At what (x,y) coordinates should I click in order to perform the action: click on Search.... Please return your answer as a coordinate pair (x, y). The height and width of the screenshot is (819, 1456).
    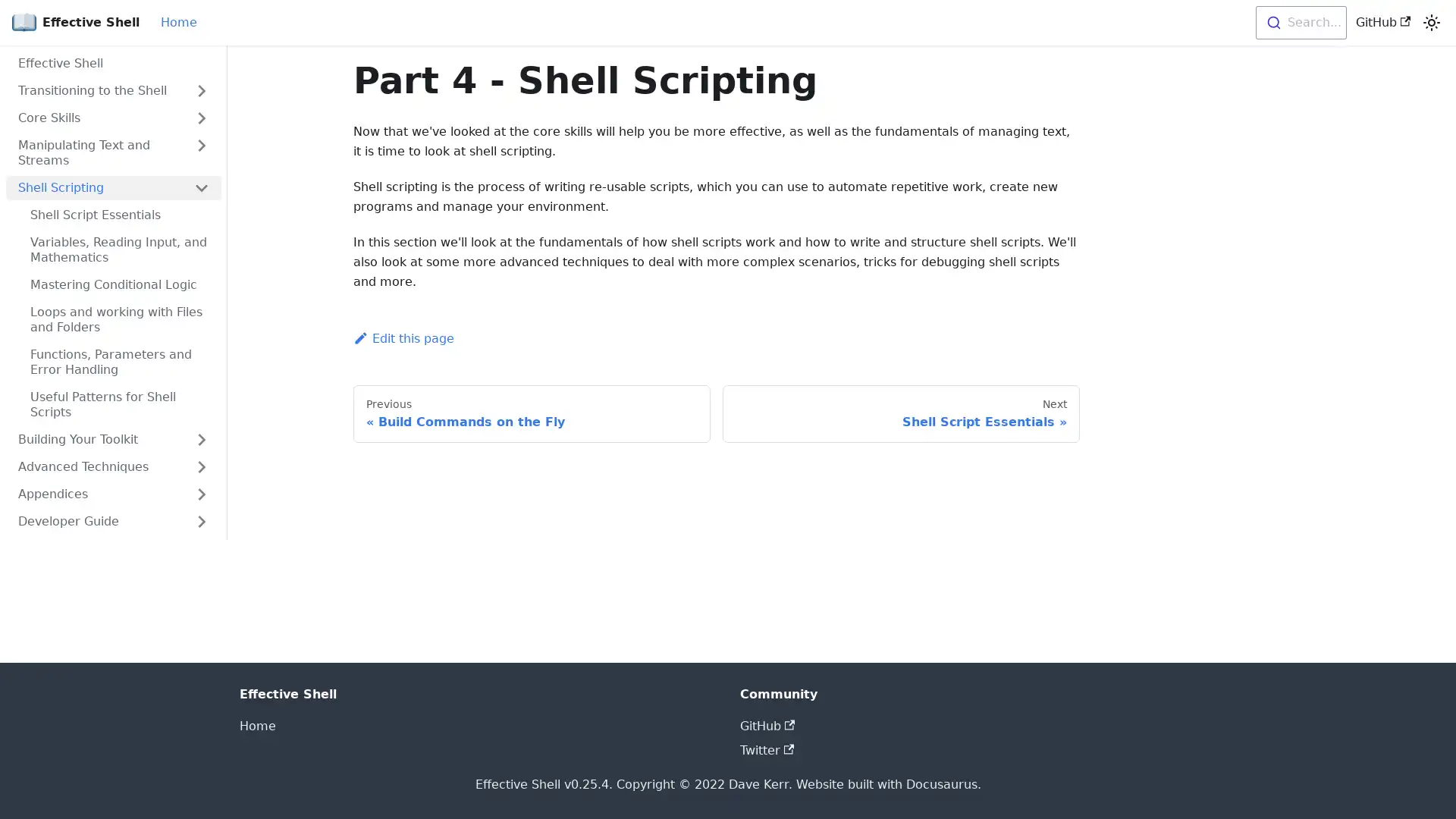
    Looking at the image, I should click on (1299, 23).